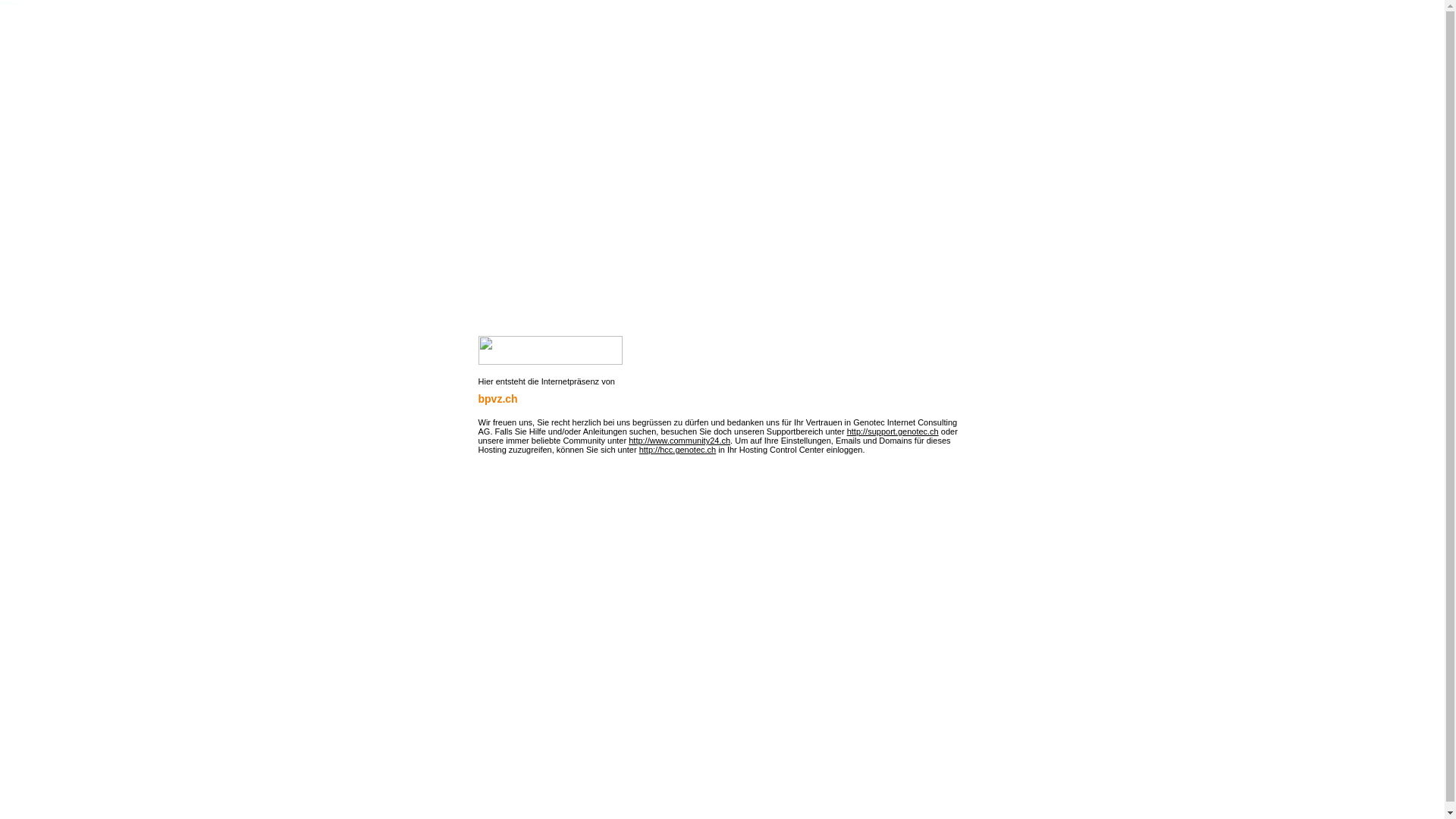 Image resolution: width=1456 pixels, height=819 pixels. What do you see at coordinates (676, 449) in the screenshot?
I see `'http://hcc.genotec.ch'` at bounding box center [676, 449].